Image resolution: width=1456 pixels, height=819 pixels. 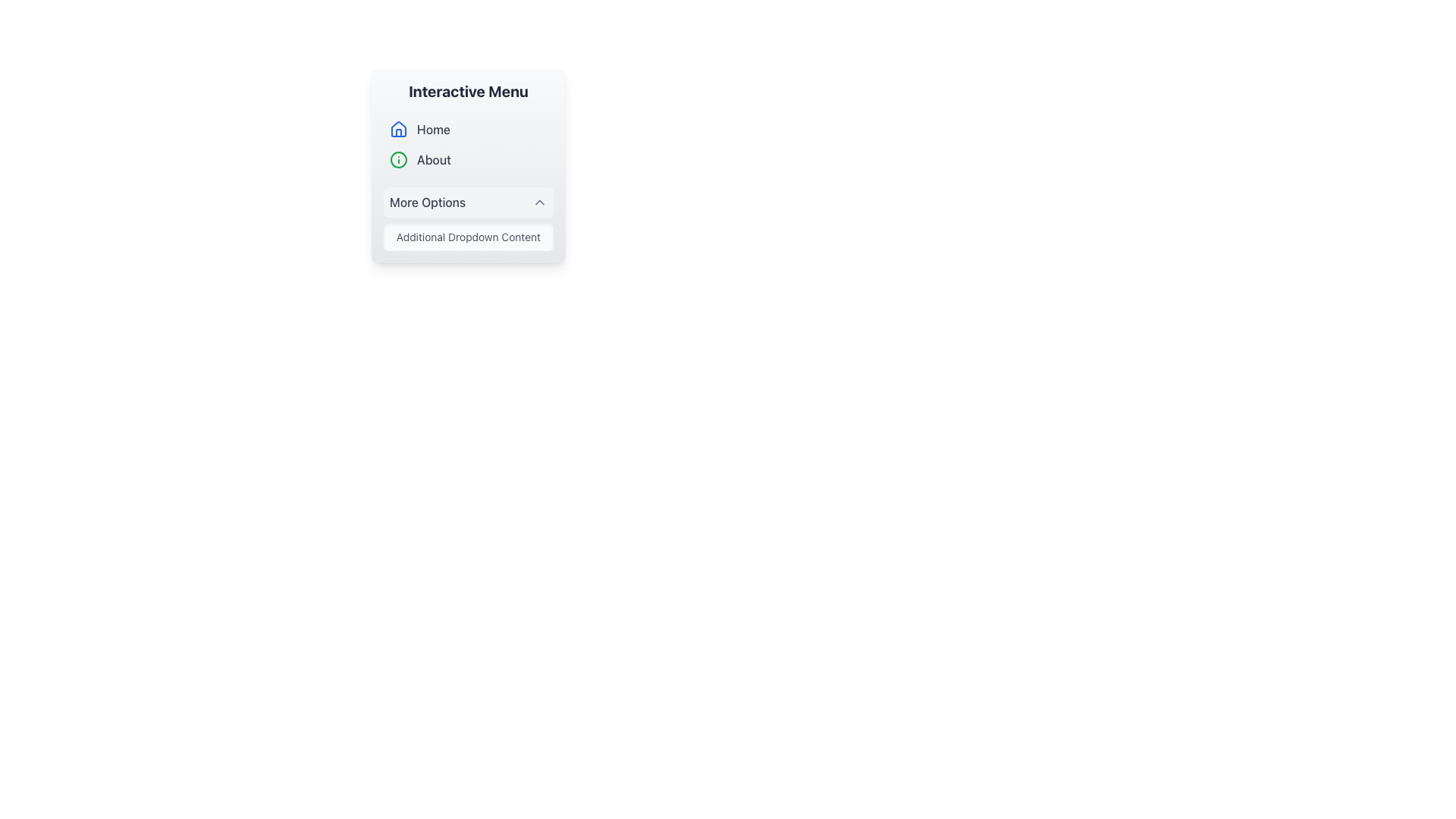 I want to click on the second menu item in the vertical stack, which serves as a navigation link to the 'About' section of the application, so click(x=468, y=160).